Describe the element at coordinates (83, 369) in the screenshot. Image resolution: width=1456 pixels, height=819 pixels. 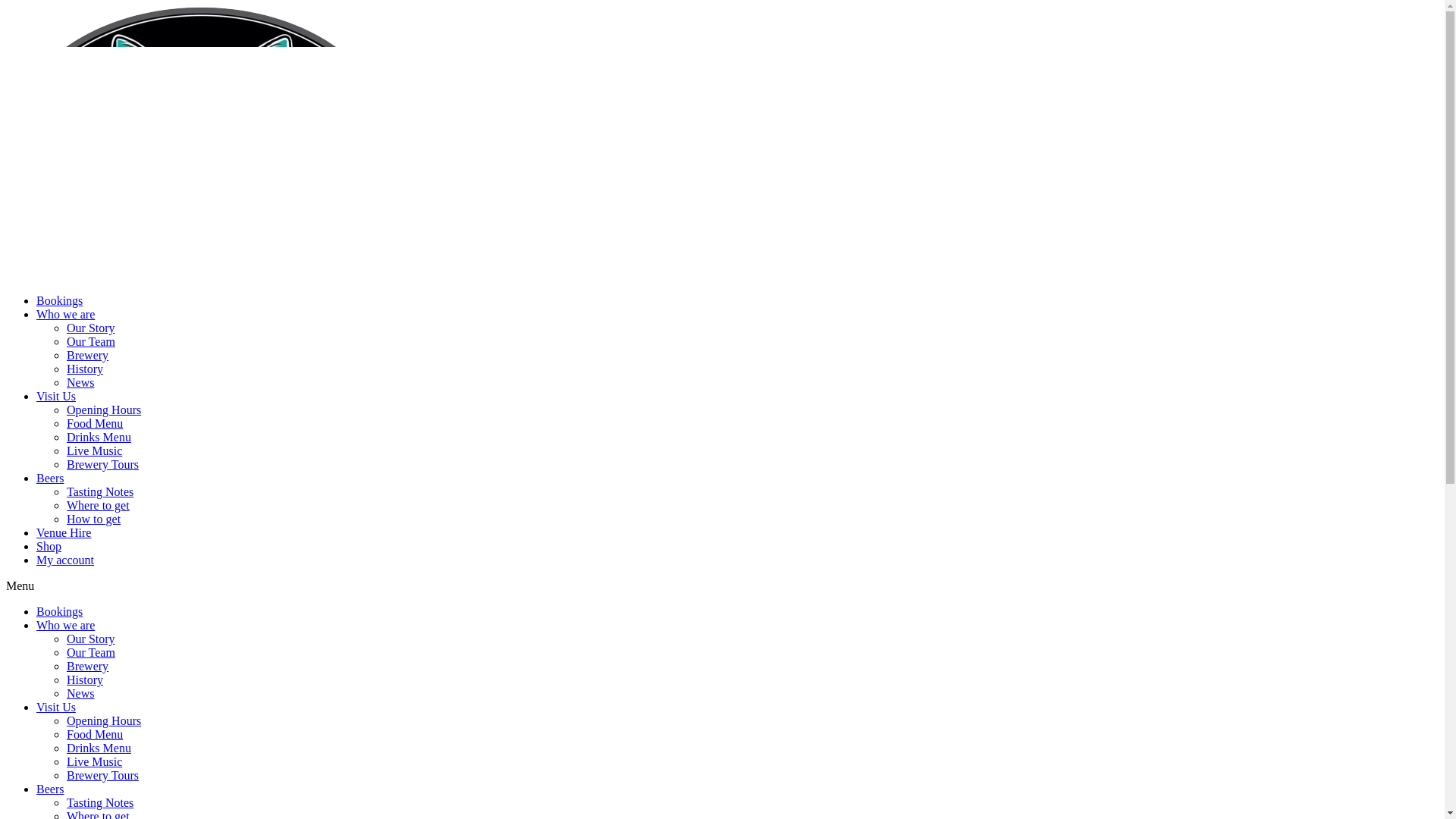
I see `'History'` at that location.